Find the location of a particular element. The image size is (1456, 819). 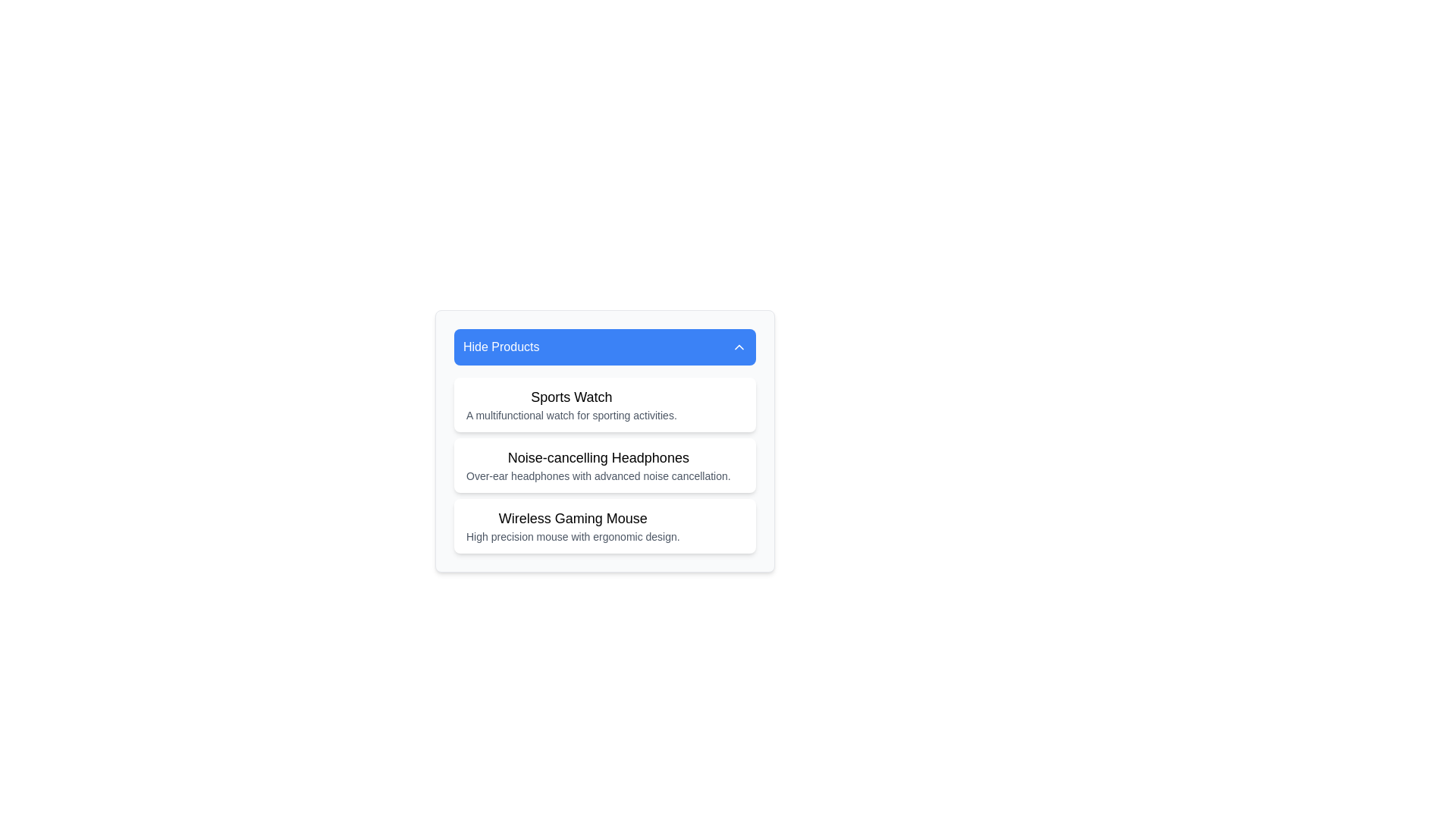

text element that displays 'High precision mouse with ergonomic design.', which is styled in light gray color and positioned below the 'Wireless Gaming Mouse' text is located at coordinates (572, 536).